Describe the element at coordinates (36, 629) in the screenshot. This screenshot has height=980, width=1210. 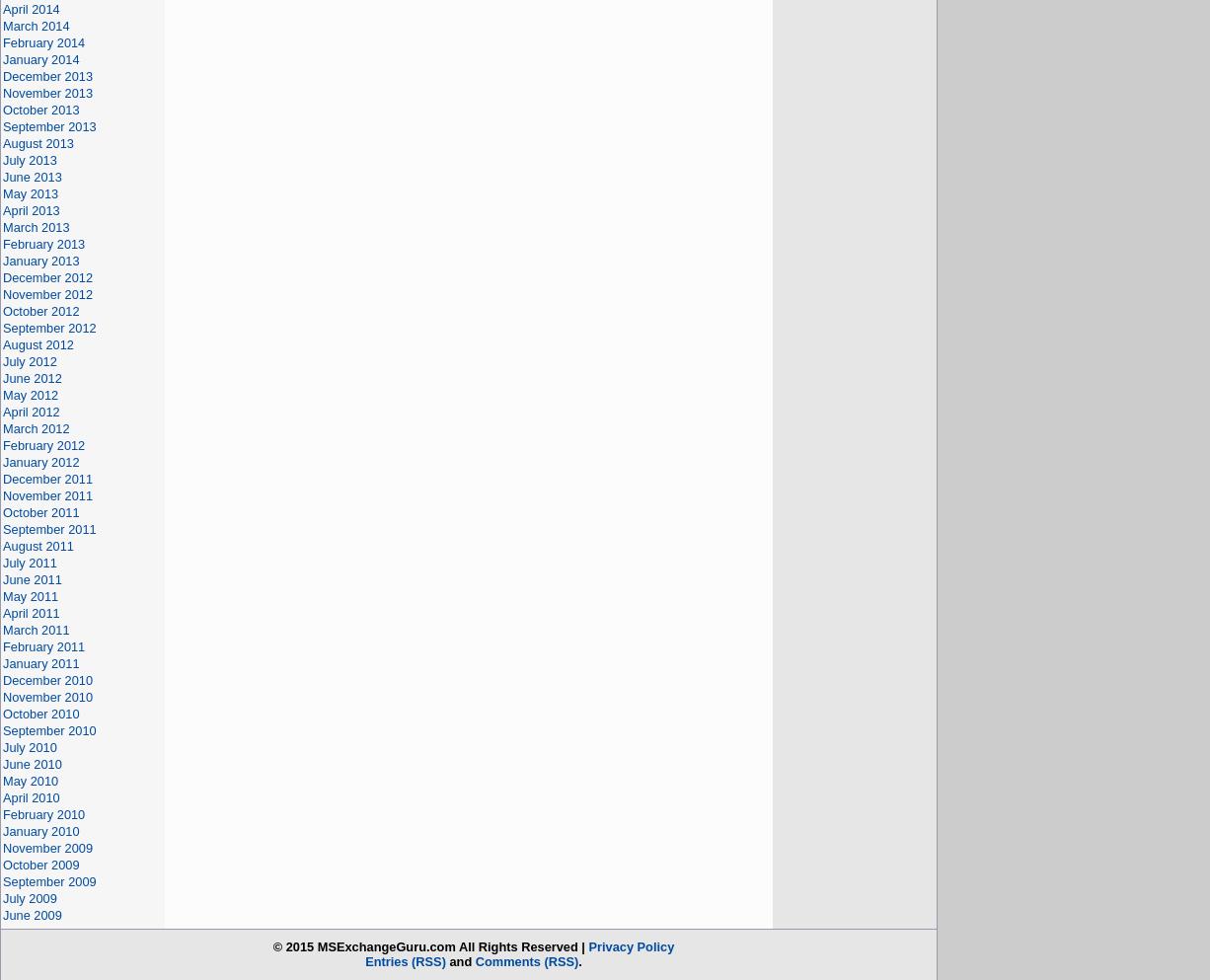
I see `'March 2011'` at that location.